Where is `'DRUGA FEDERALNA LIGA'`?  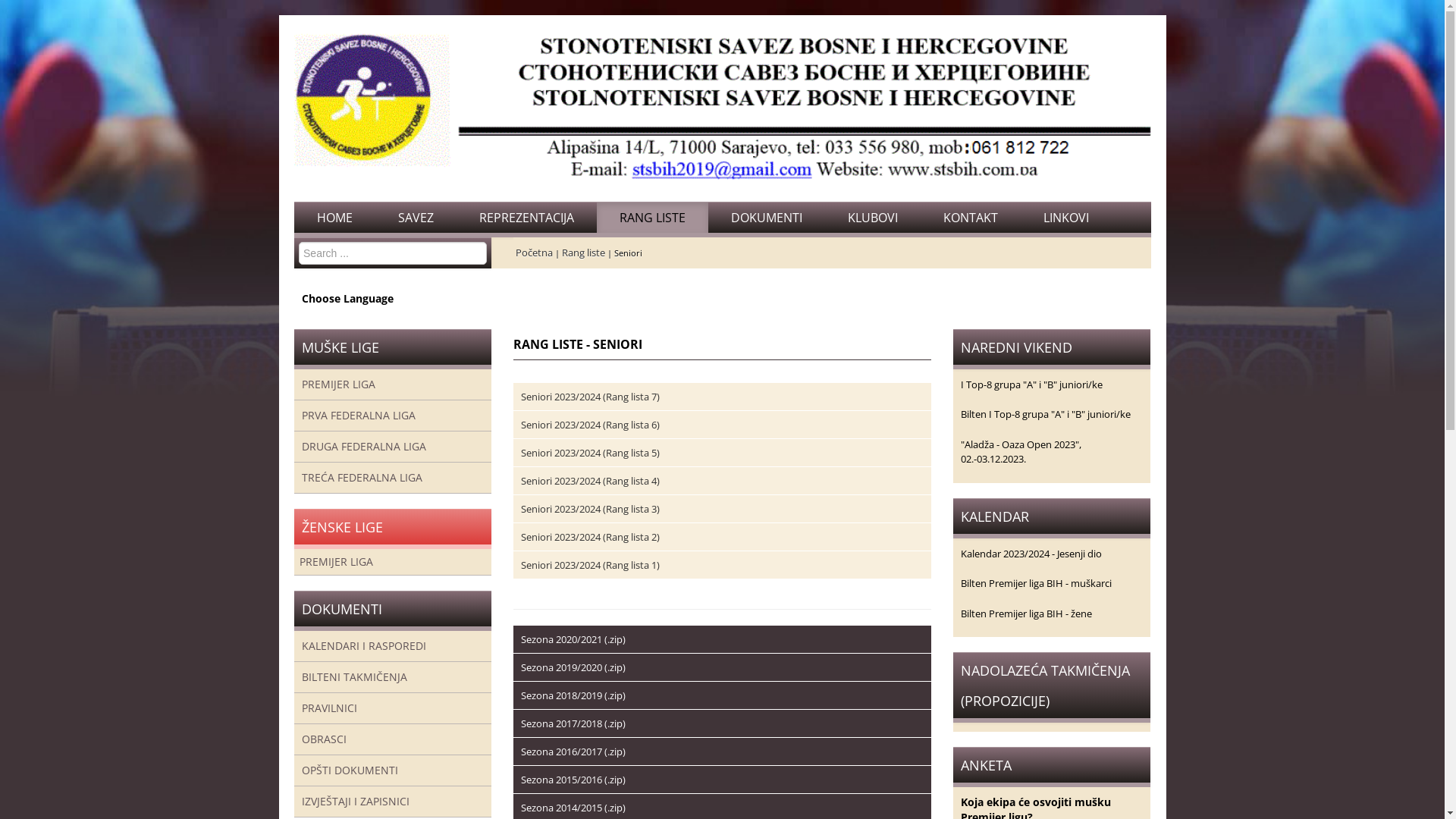 'DRUGA FEDERALNA LIGA' is located at coordinates (393, 446).